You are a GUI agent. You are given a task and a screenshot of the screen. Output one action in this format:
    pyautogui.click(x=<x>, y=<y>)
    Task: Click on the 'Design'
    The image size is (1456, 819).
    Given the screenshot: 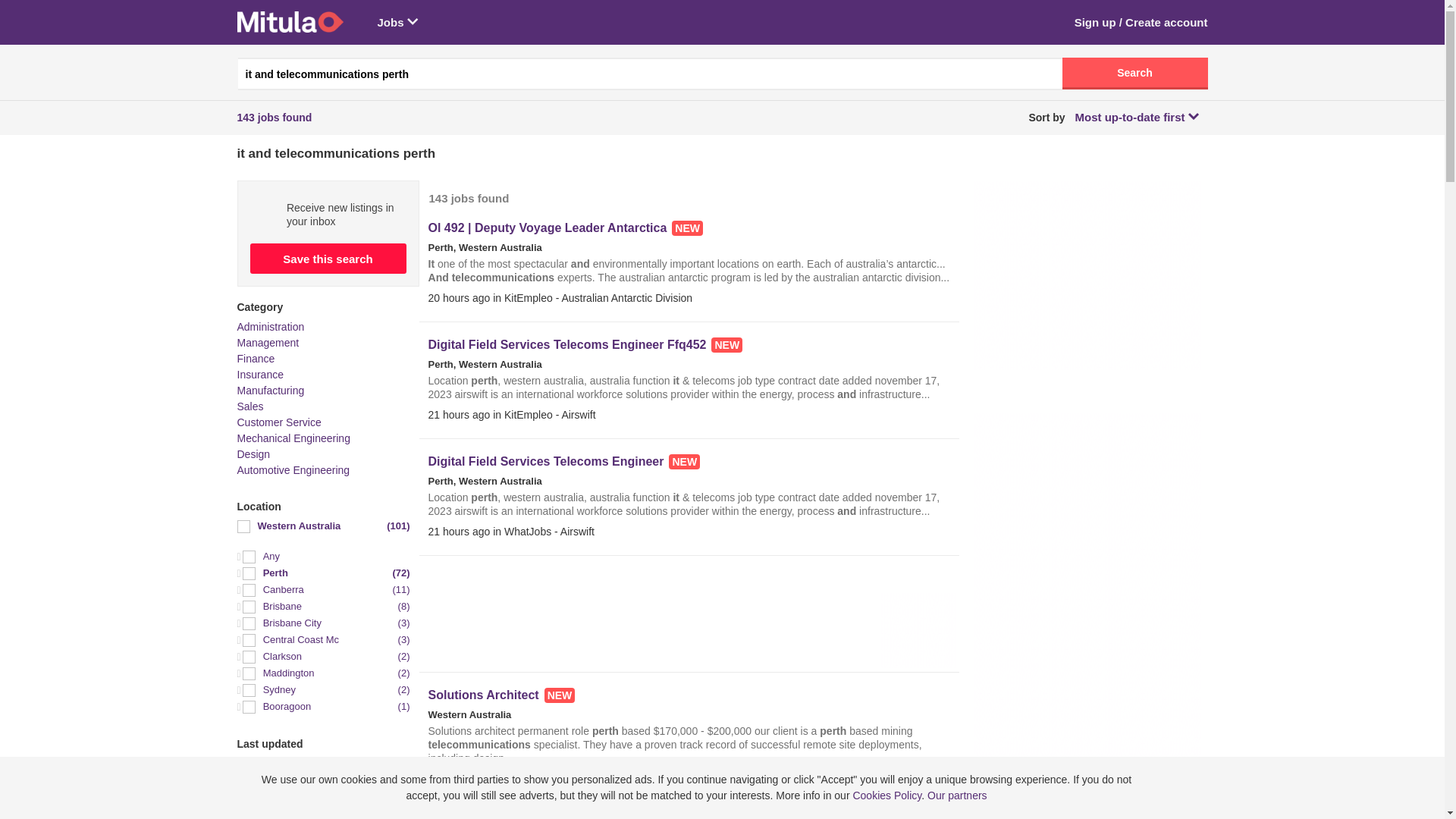 What is the action you would take?
    pyautogui.click(x=236, y=453)
    